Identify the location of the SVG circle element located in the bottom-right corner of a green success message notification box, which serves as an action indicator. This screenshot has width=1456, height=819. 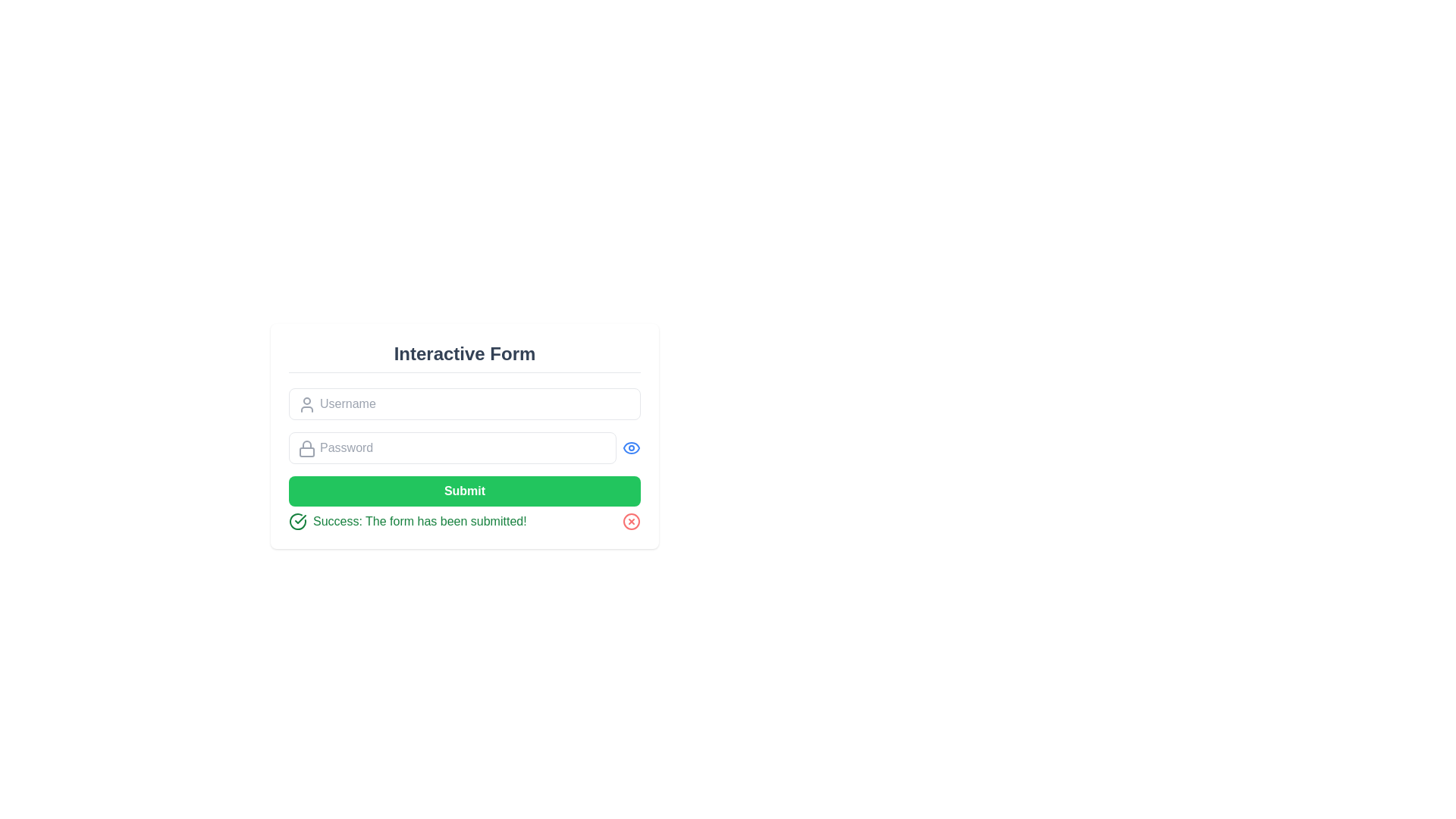
(632, 520).